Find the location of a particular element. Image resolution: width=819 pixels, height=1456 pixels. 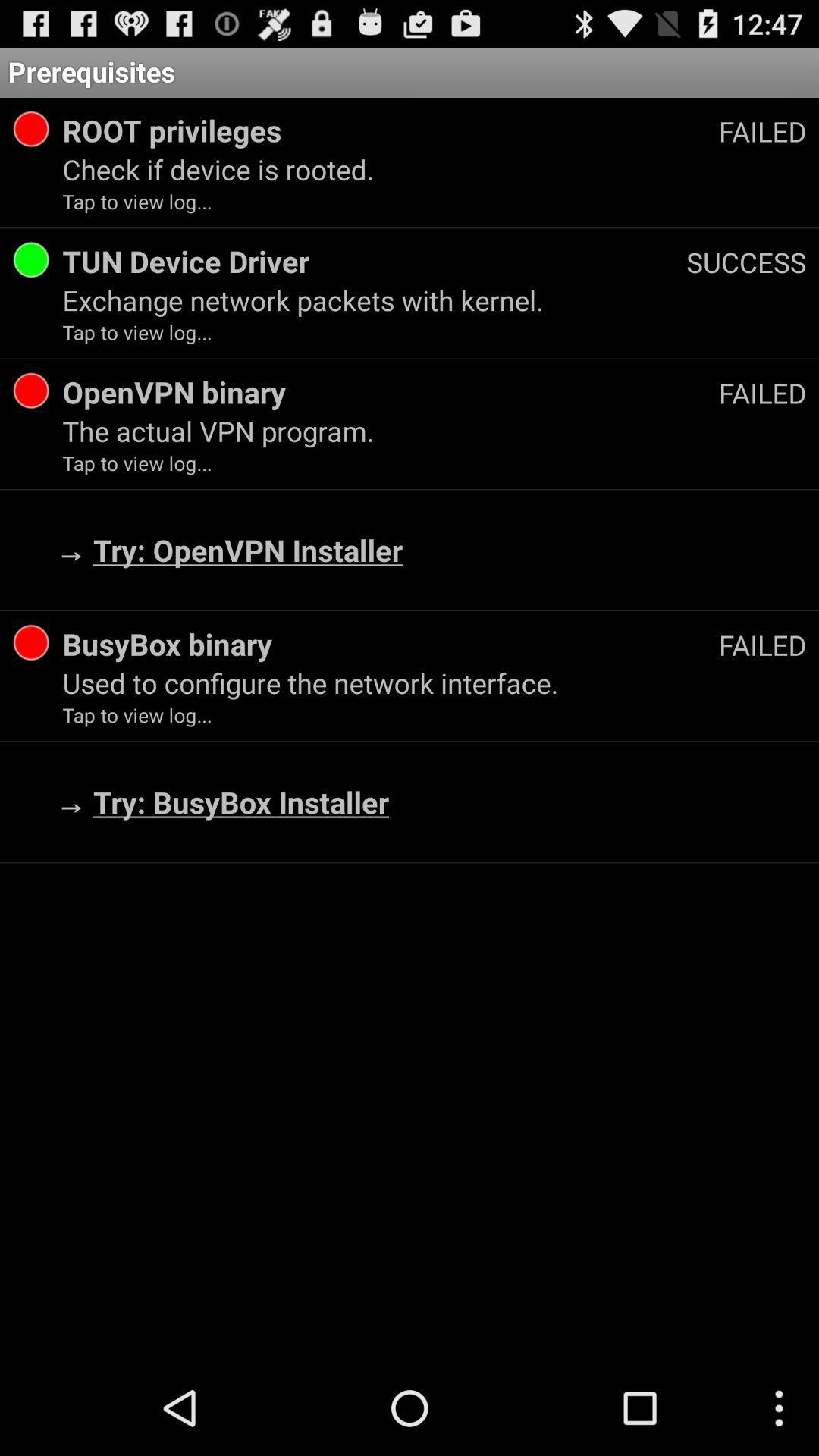

the check if device icon is located at coordinates (435, 169).